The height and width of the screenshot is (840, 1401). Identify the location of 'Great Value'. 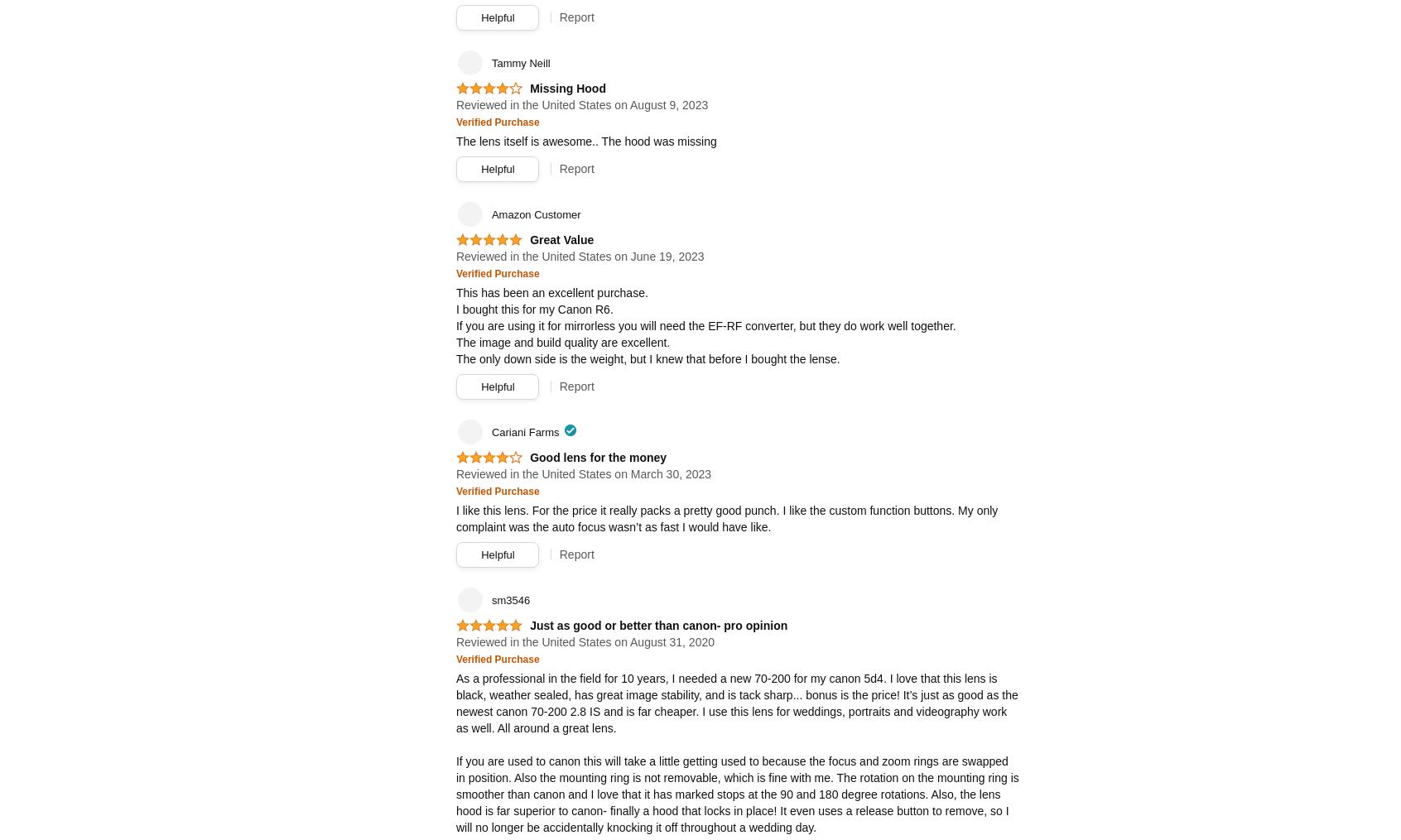
(561, 239).